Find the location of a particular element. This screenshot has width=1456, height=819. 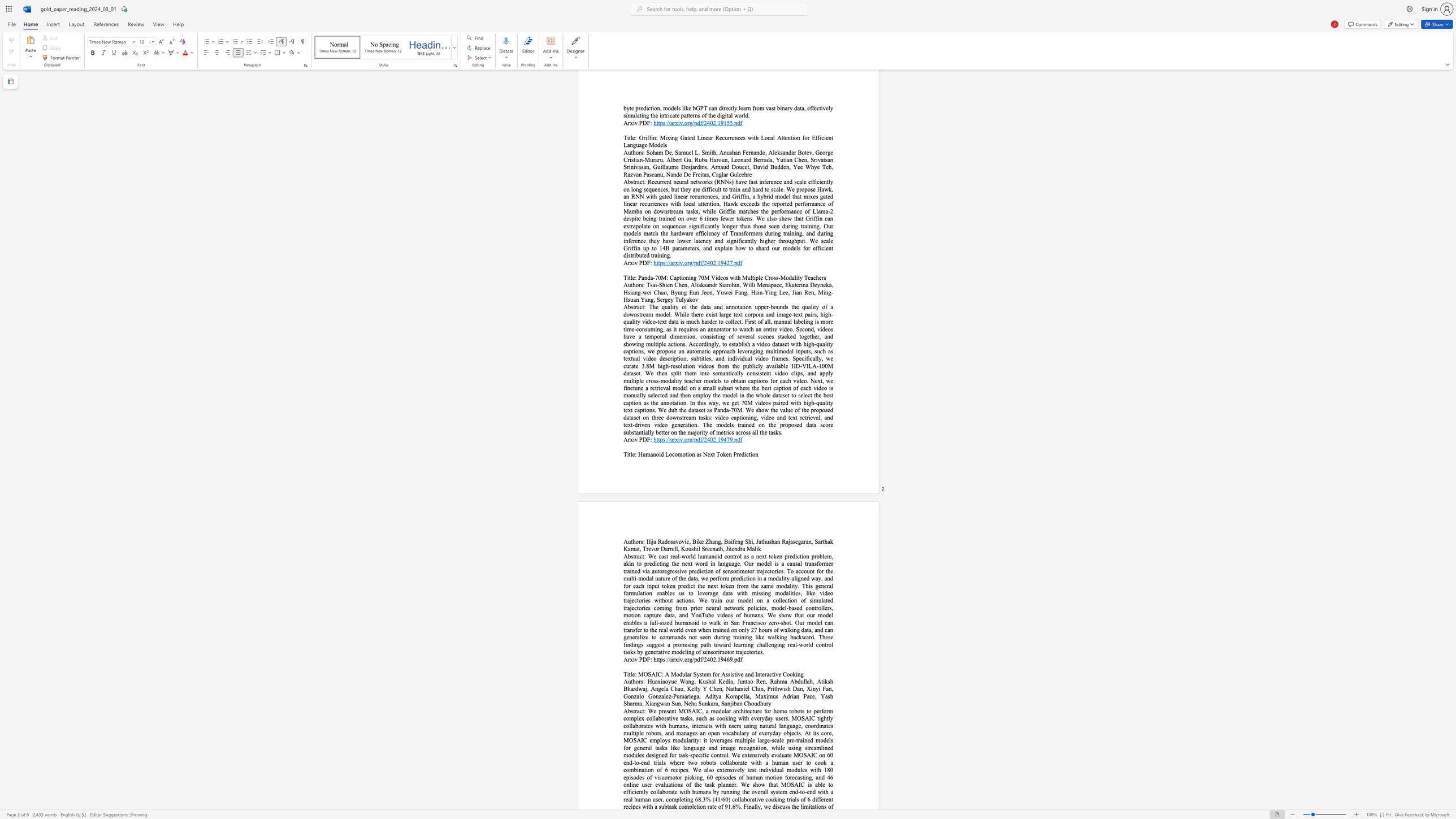

the subset text ", Jathushan Rajasegaran, Sarthak Kamat, Trevor Darre" within the text "Ilija Radosavovic, Bike Zhang, Baifeng Shi, Jathushan Rajasegaran, Sarthak Kamat, Trevor Darrell, Koushil Sreenath, Jitendra Malik" is located at coordinates (753, 541).